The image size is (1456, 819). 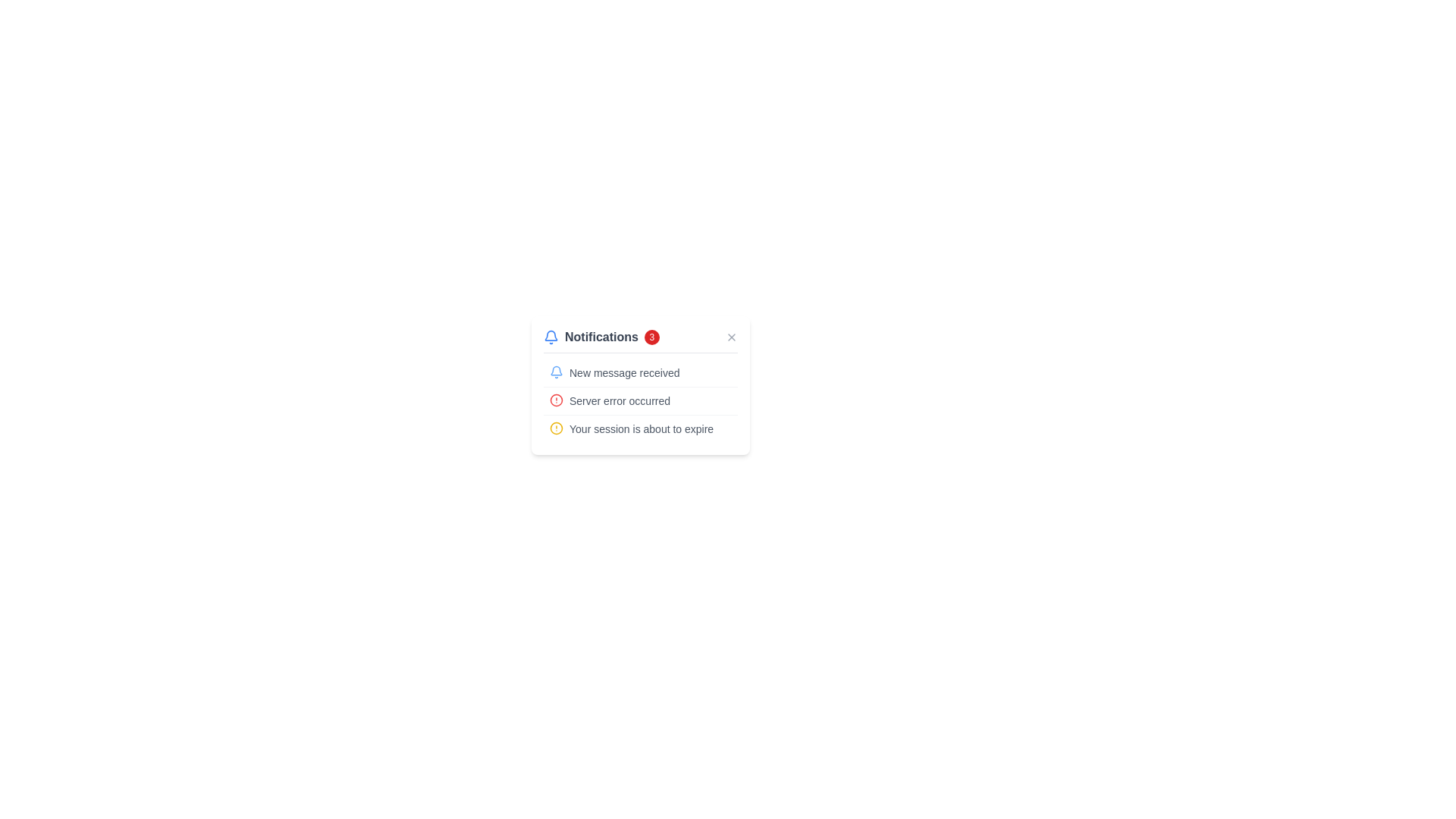 I want to click on the first item in the notification list, which contains a blue bell icon and the text 'New message received', to read the notification message, so click(x=640, y=373).